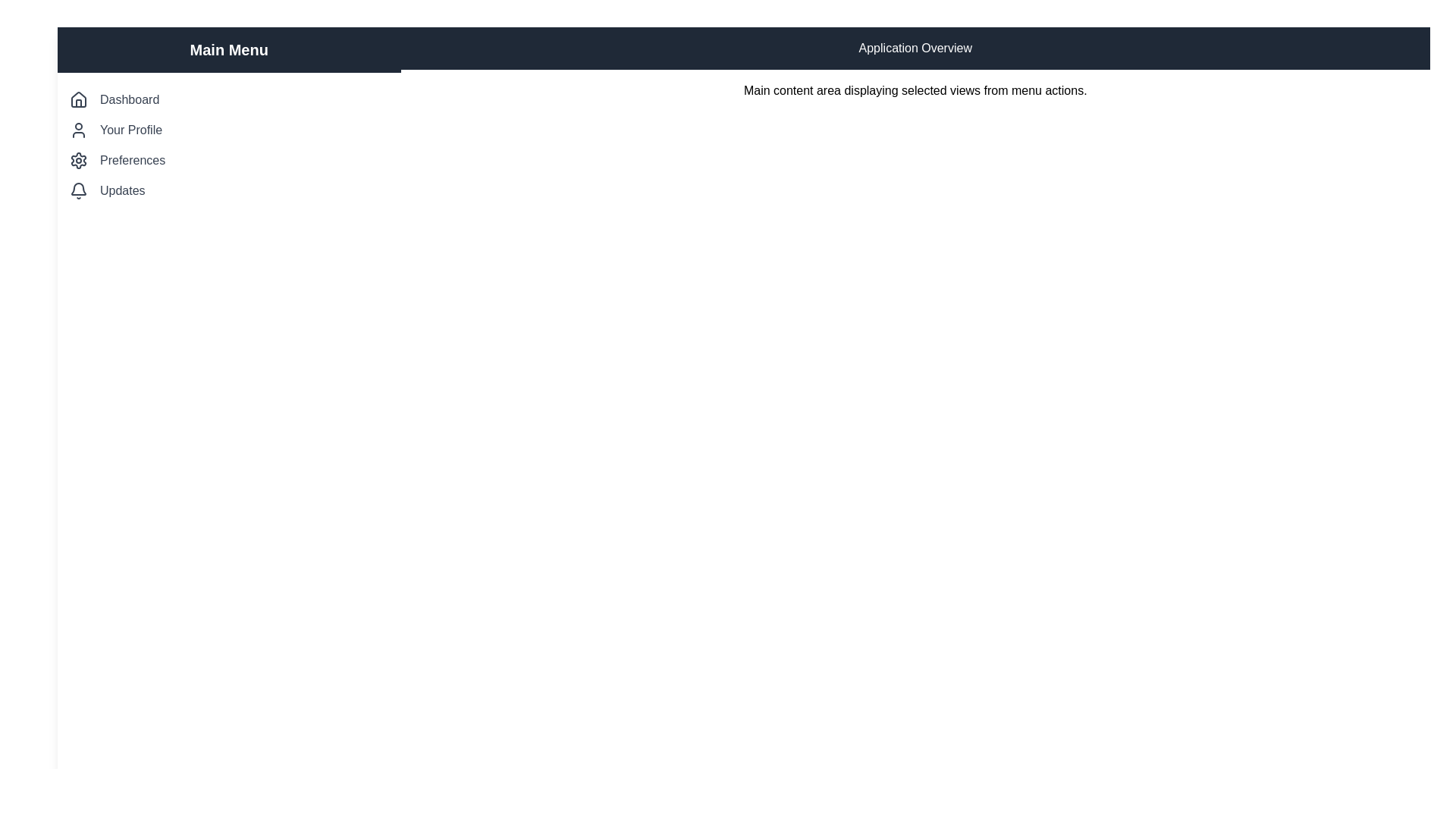 The height and width of the screenshot is (819, 1456). Describe the element at coordinates (78, 130) in the screenshot. I see `the user profile icon located next to the 'Your Profile' text in the sidebar menu` at that location.